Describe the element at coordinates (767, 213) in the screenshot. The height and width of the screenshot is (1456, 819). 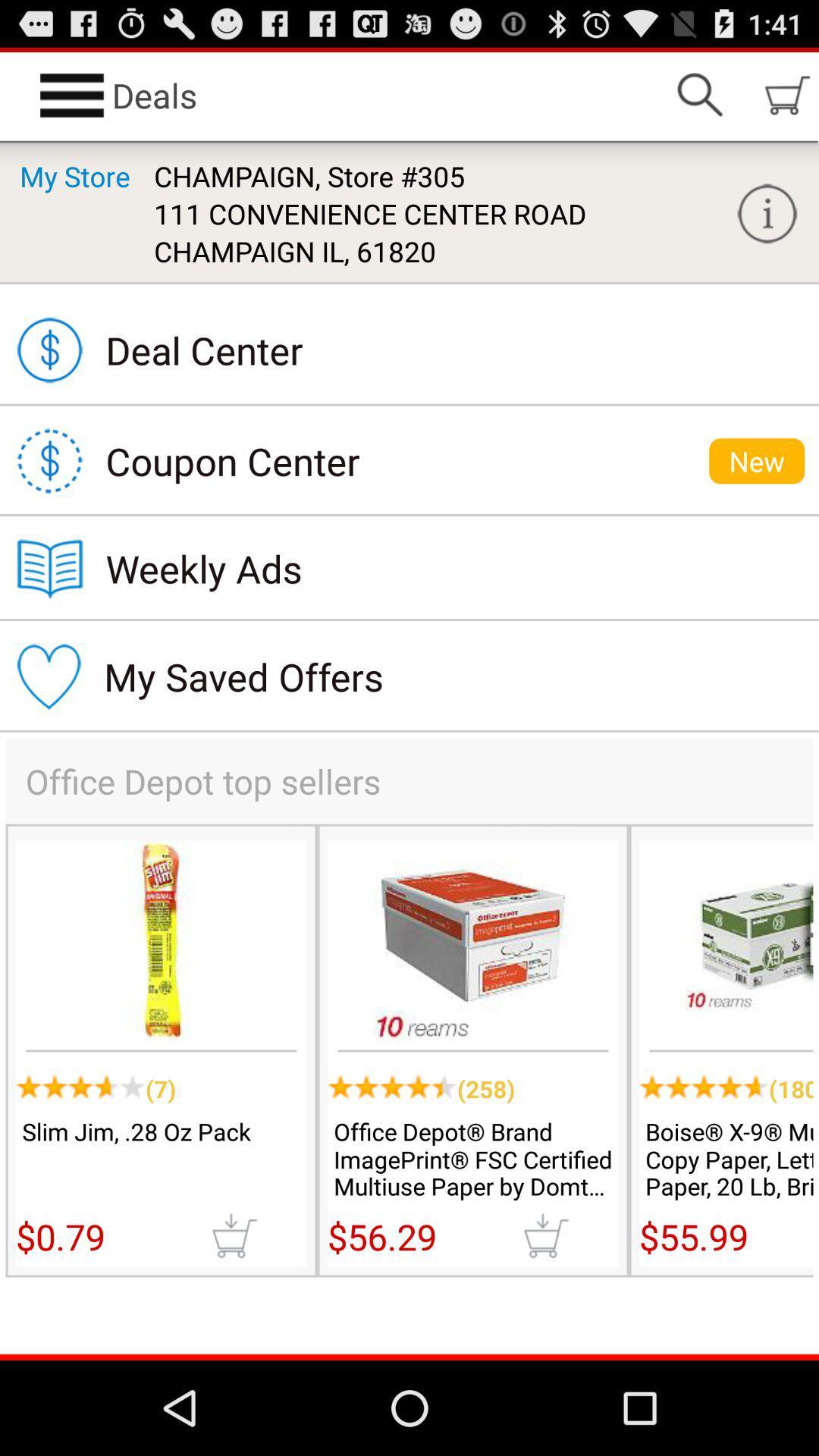
I see `more info option` at that location.